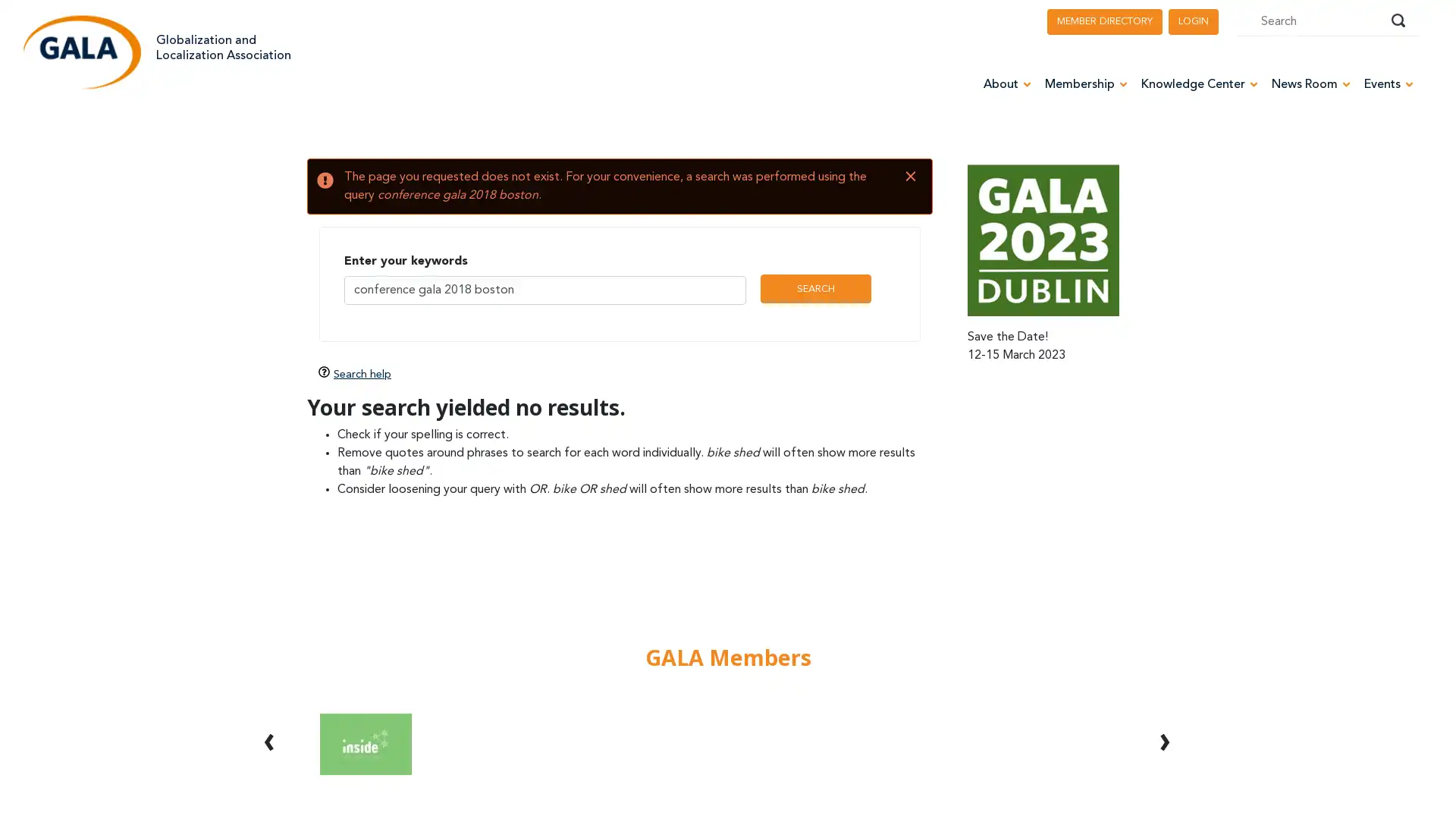  What do you see at coordinates (910, 177) in the screenshot?
I see `Close` at bounding box center [910, 177].